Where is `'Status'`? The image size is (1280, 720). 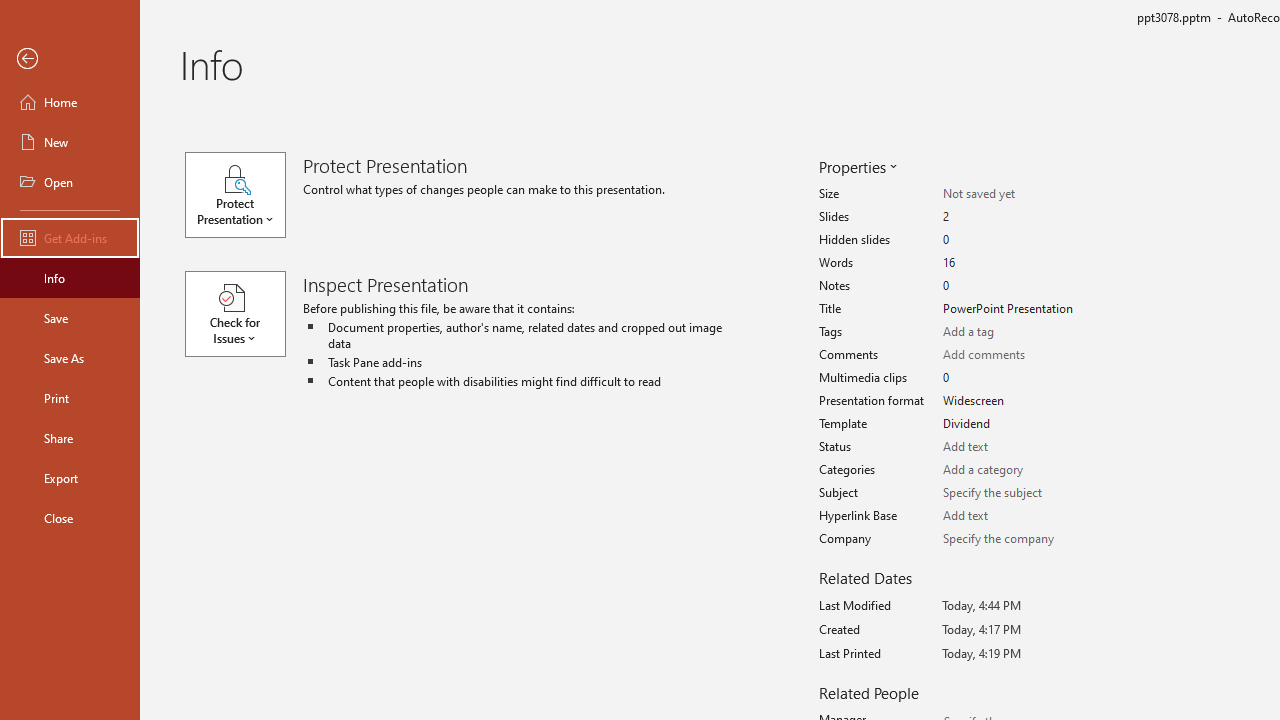
'Status' is located at coordinates (1012, 446).